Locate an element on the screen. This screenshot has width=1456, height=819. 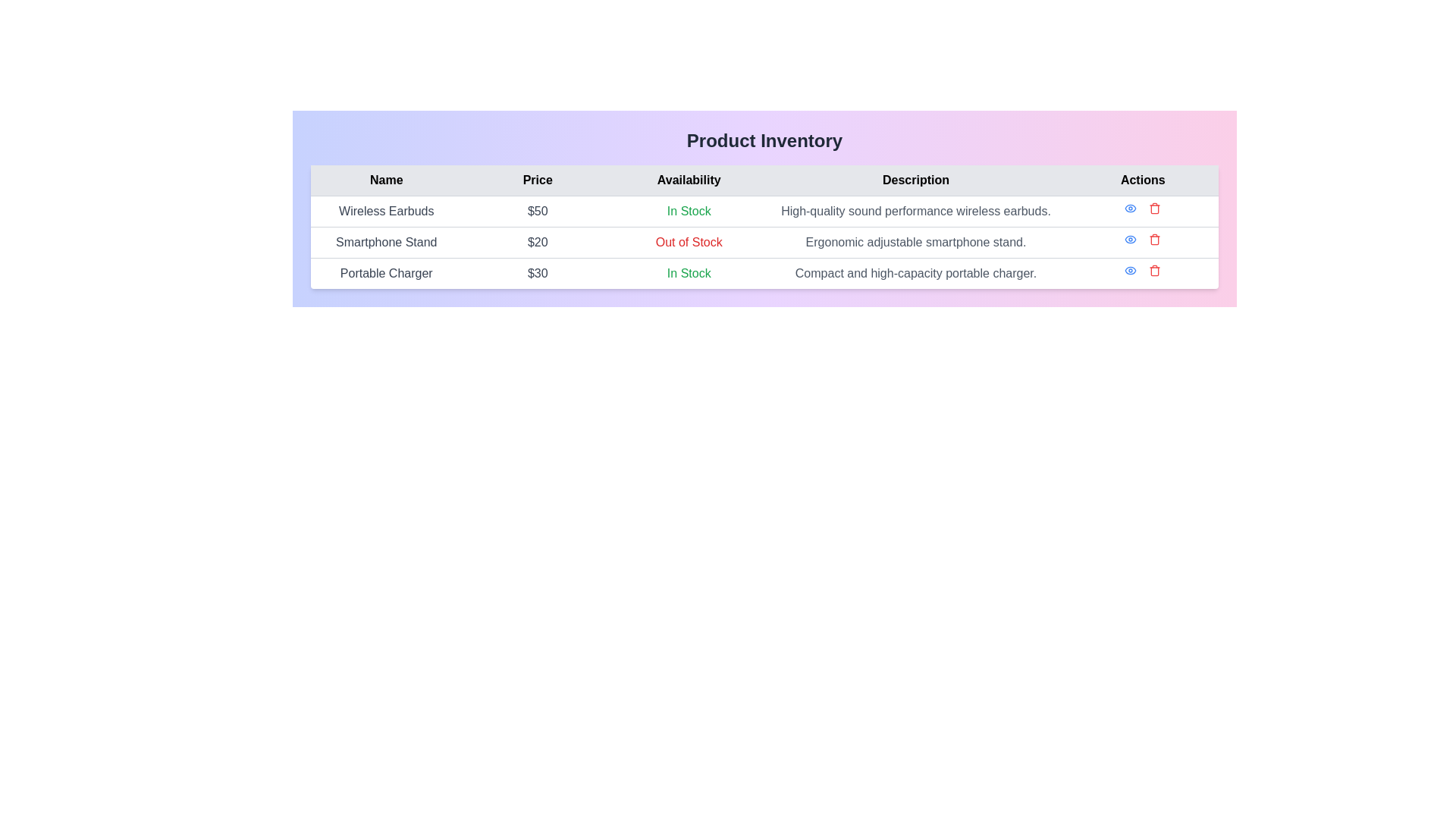
the 'Availability' column header in the table, which is the third header between 'Price' and 'Description' is located at coordinates (688, 180).